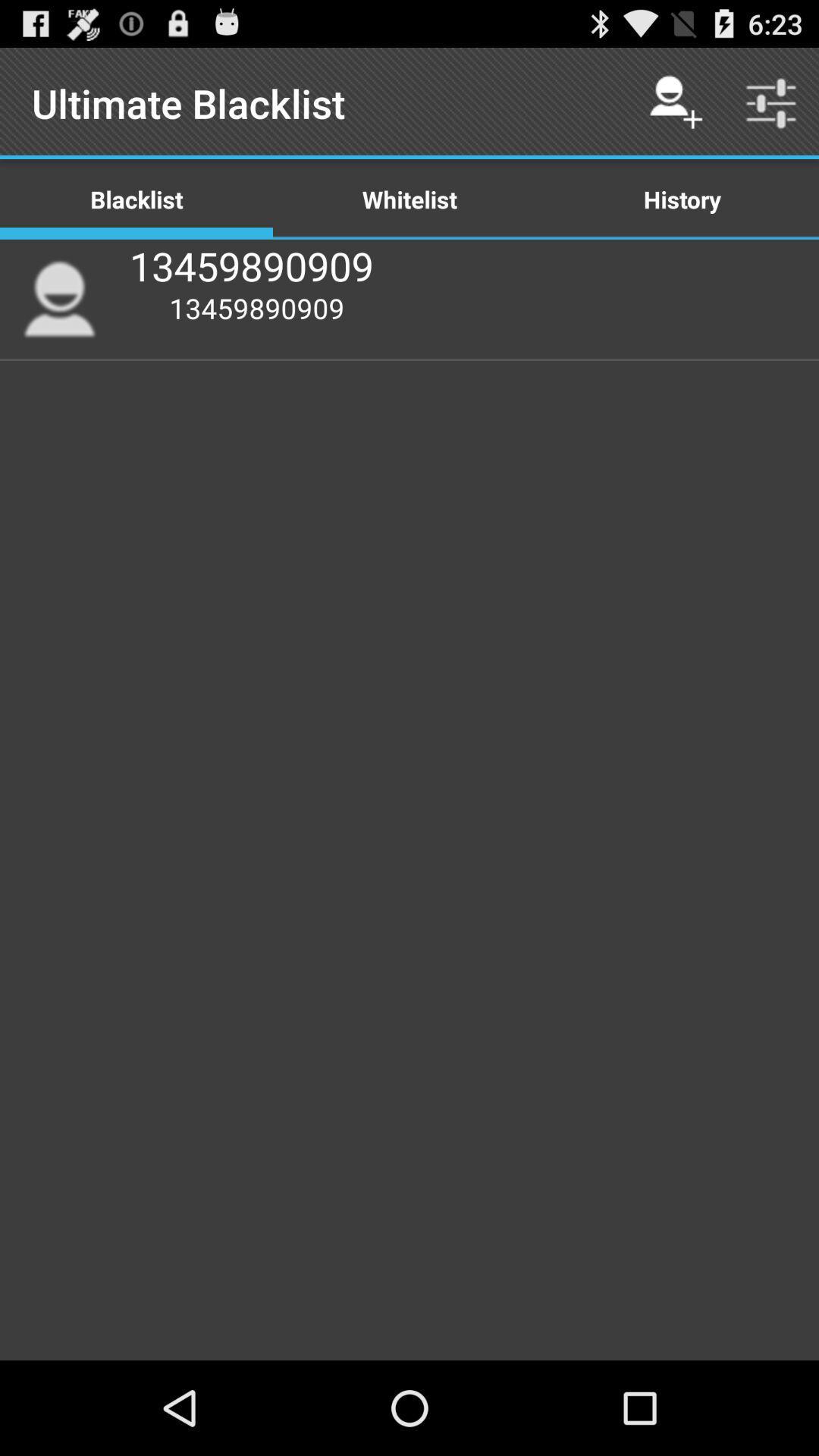 Image resolution: width=819 pixels, height=1456 pixels. Describe the element at coordinates (681, 198) in the screenshot. I see `the item next to whitelist` at that location.